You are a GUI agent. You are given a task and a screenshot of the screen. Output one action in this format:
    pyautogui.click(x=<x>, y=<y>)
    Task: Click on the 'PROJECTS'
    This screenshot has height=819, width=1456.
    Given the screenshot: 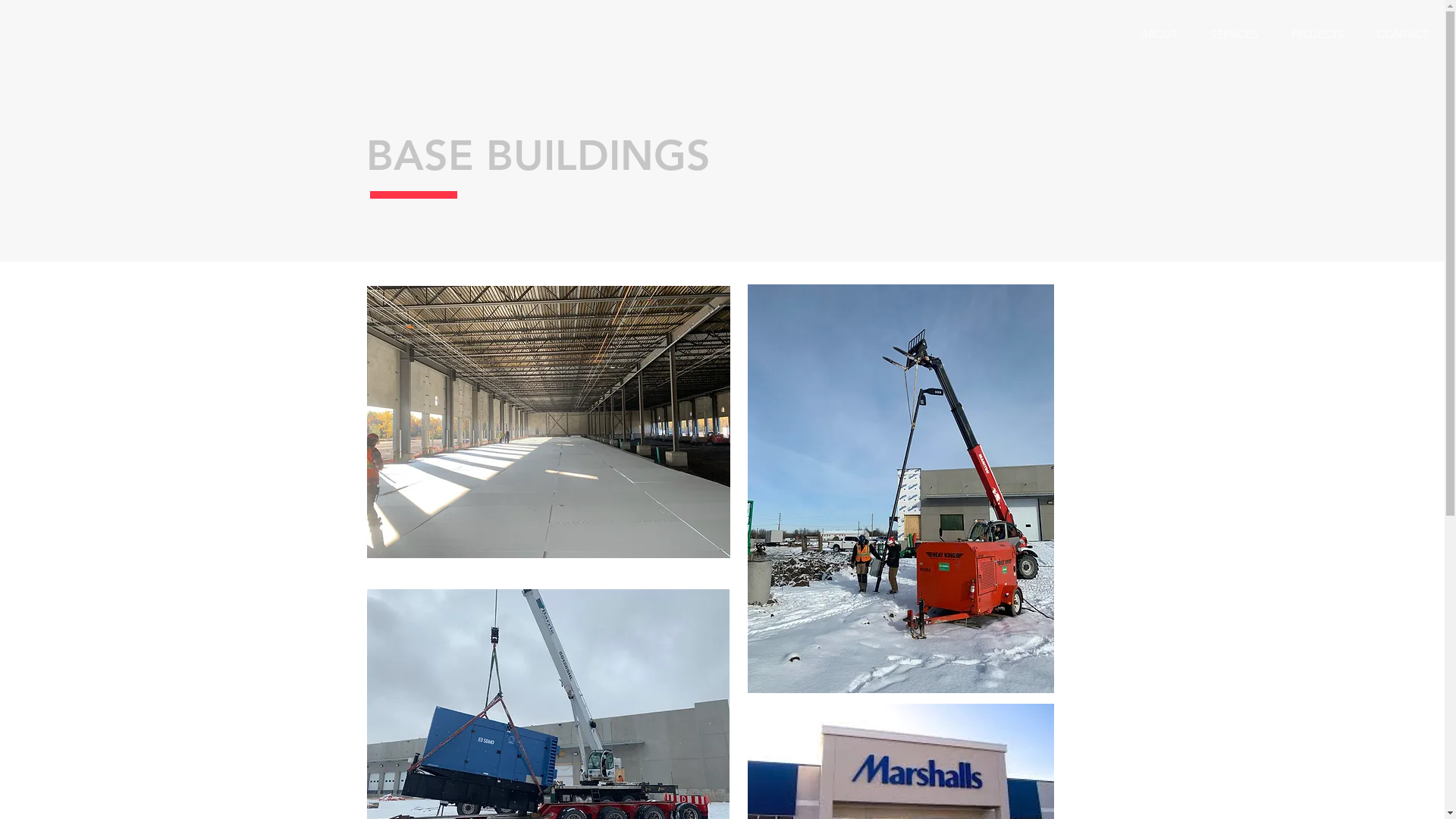 What is the action you would take?
    pyautogui.click(x=1316, y=34)
    